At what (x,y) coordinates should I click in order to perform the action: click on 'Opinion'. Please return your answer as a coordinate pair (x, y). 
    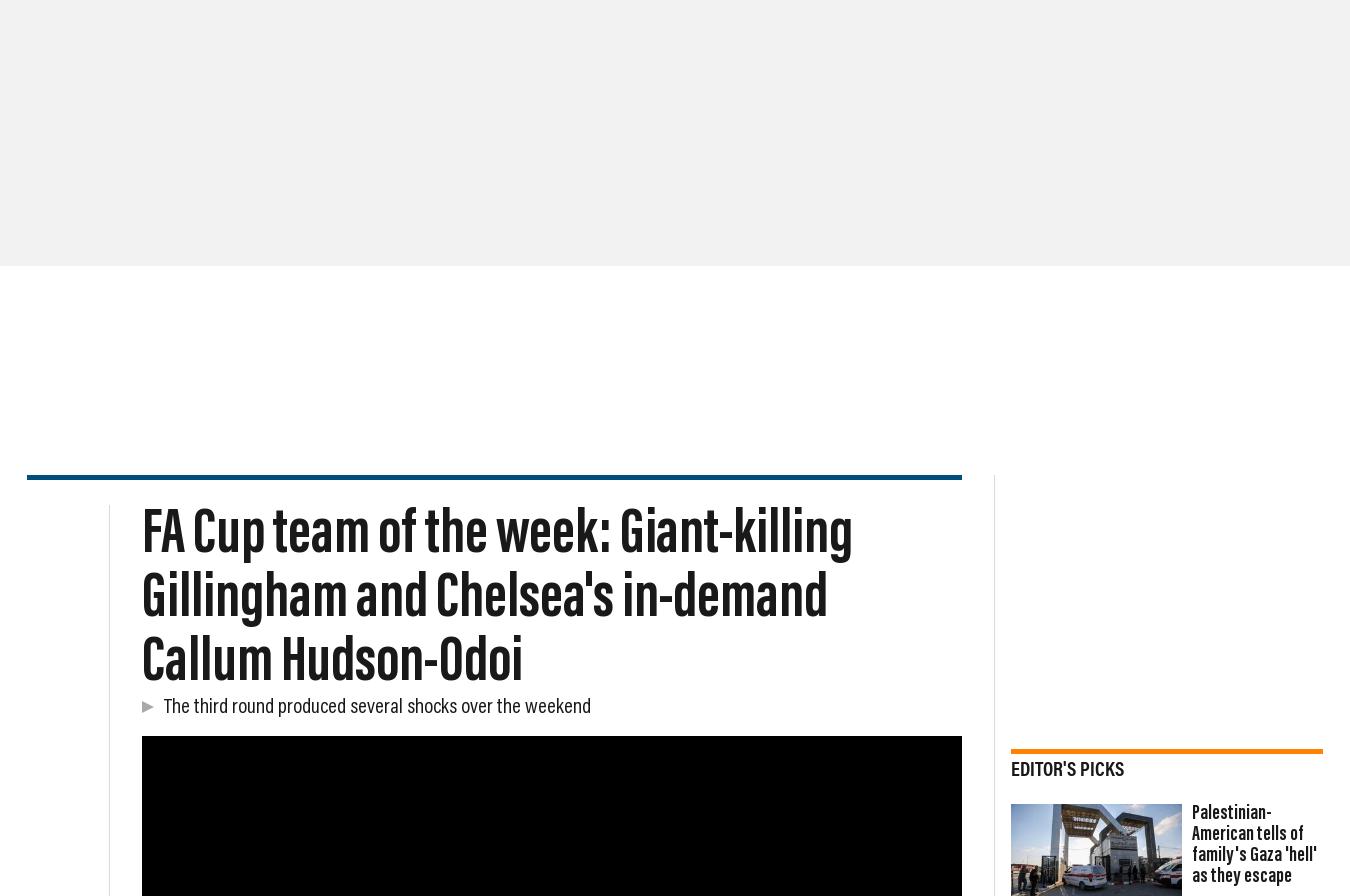
    Looking at the image, I should click on (452, 149).